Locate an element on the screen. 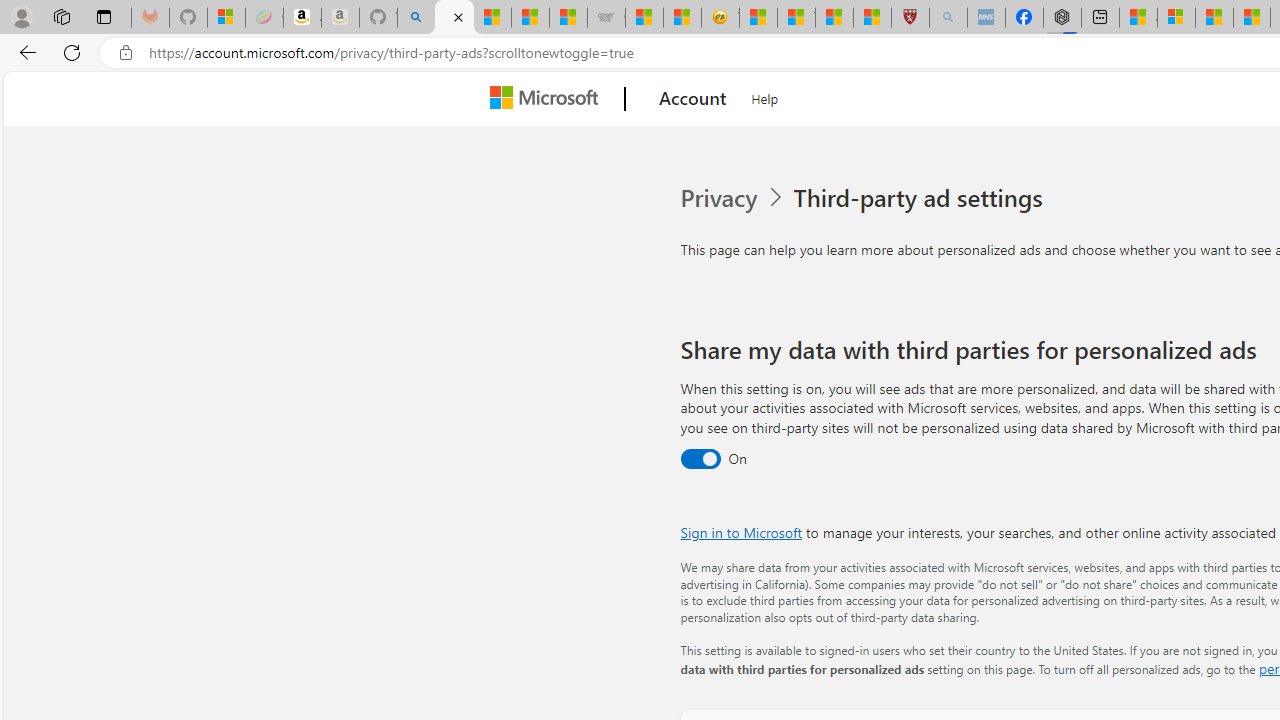 The width and height of the screenshot is (1280, 720). 'Combat Siege' is located at coordinates (605, 17).